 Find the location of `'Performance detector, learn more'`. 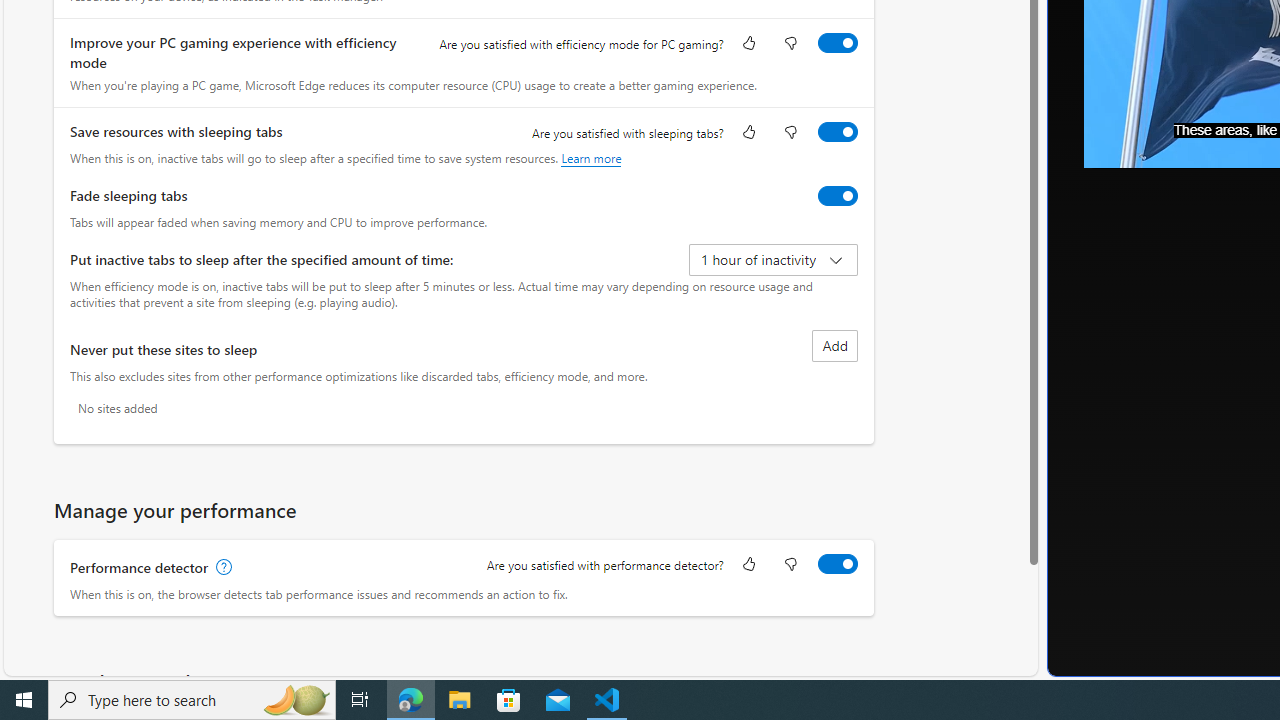

'Performance detector, learn more' is located at coordinates (222, 567).